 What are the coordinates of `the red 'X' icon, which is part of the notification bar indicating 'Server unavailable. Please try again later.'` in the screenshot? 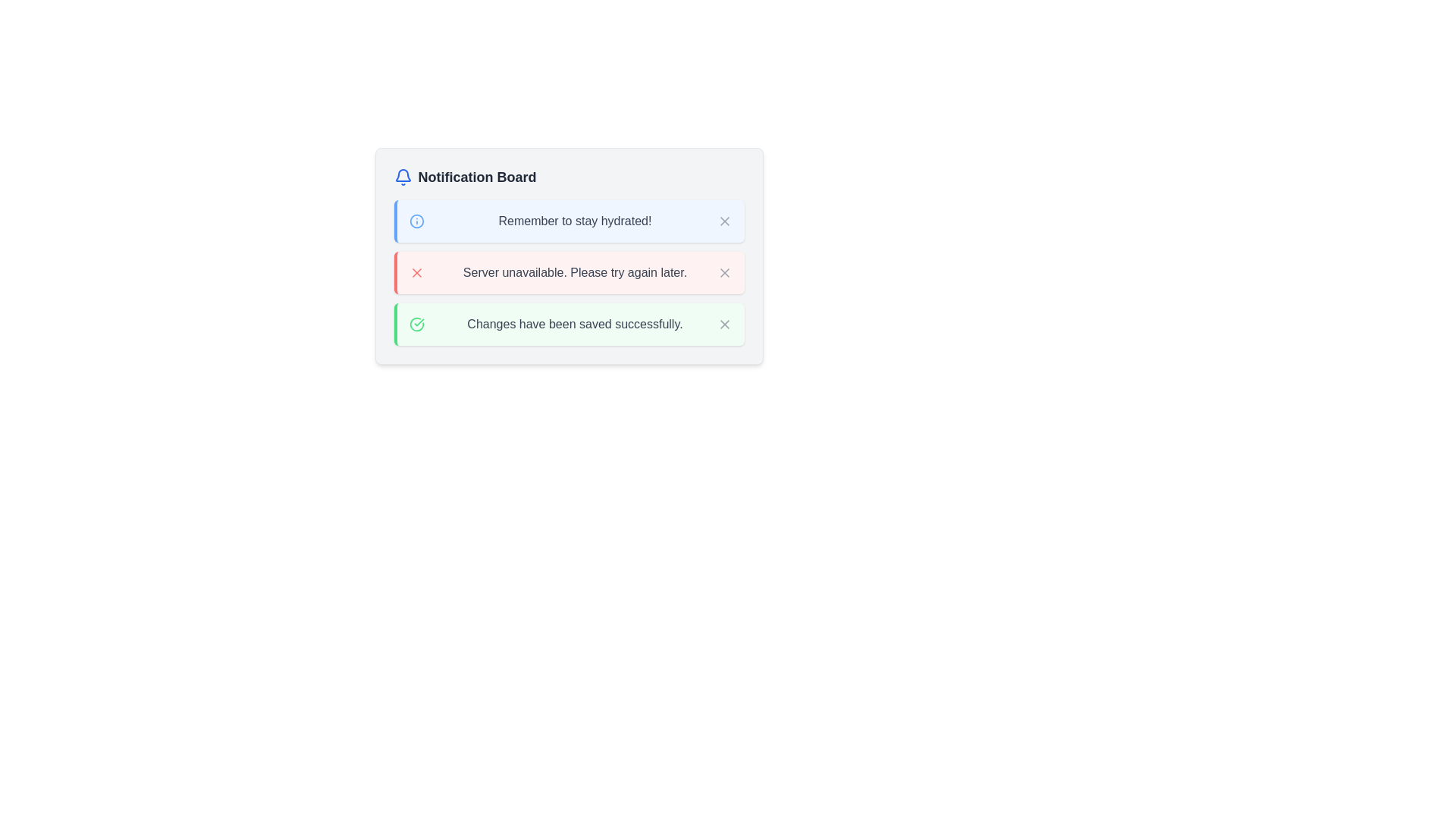 It's located at (723, 271).